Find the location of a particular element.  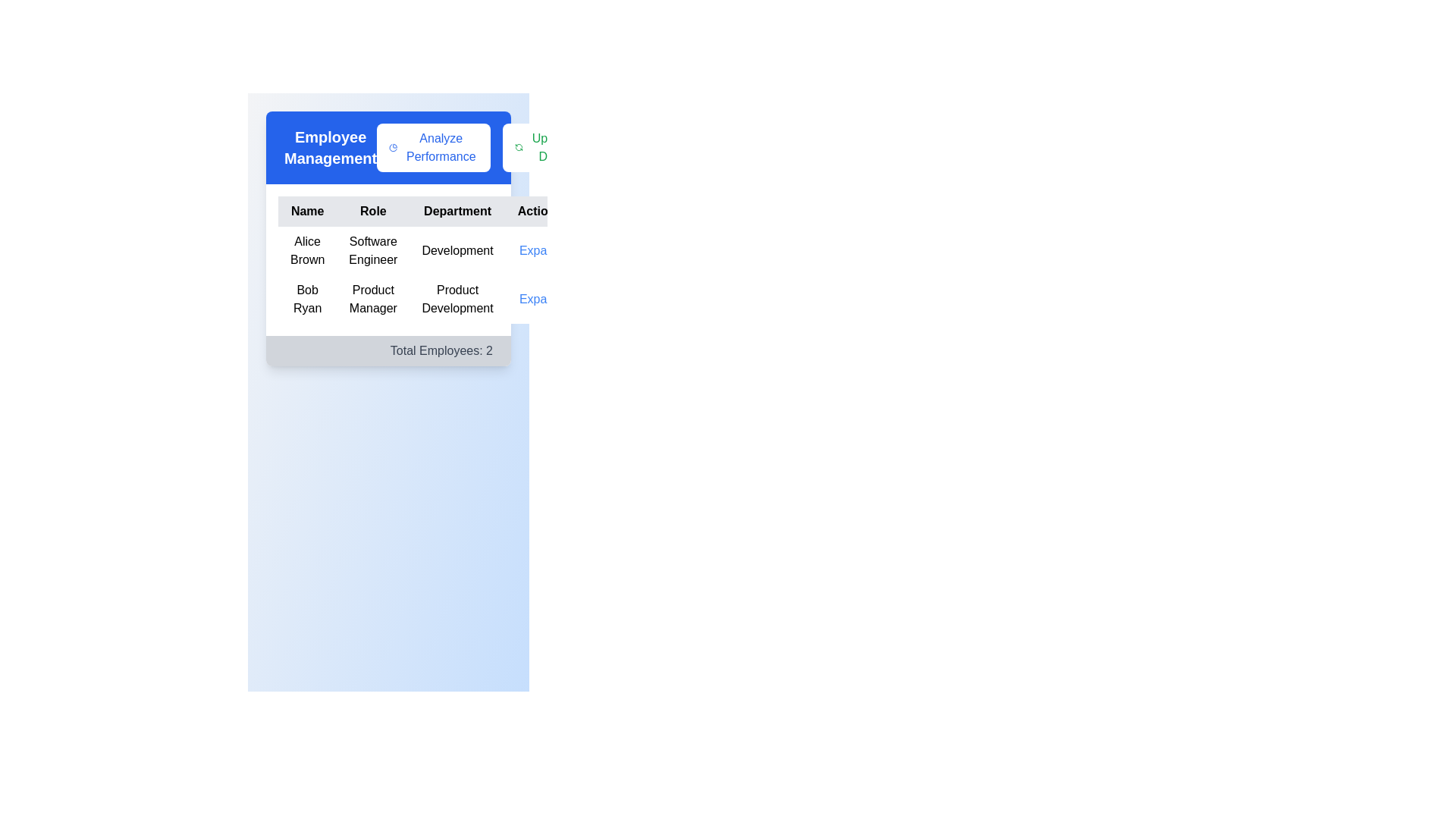

the rows of the table located in the 'Employee Management' section is located at coordinates (388, 259).